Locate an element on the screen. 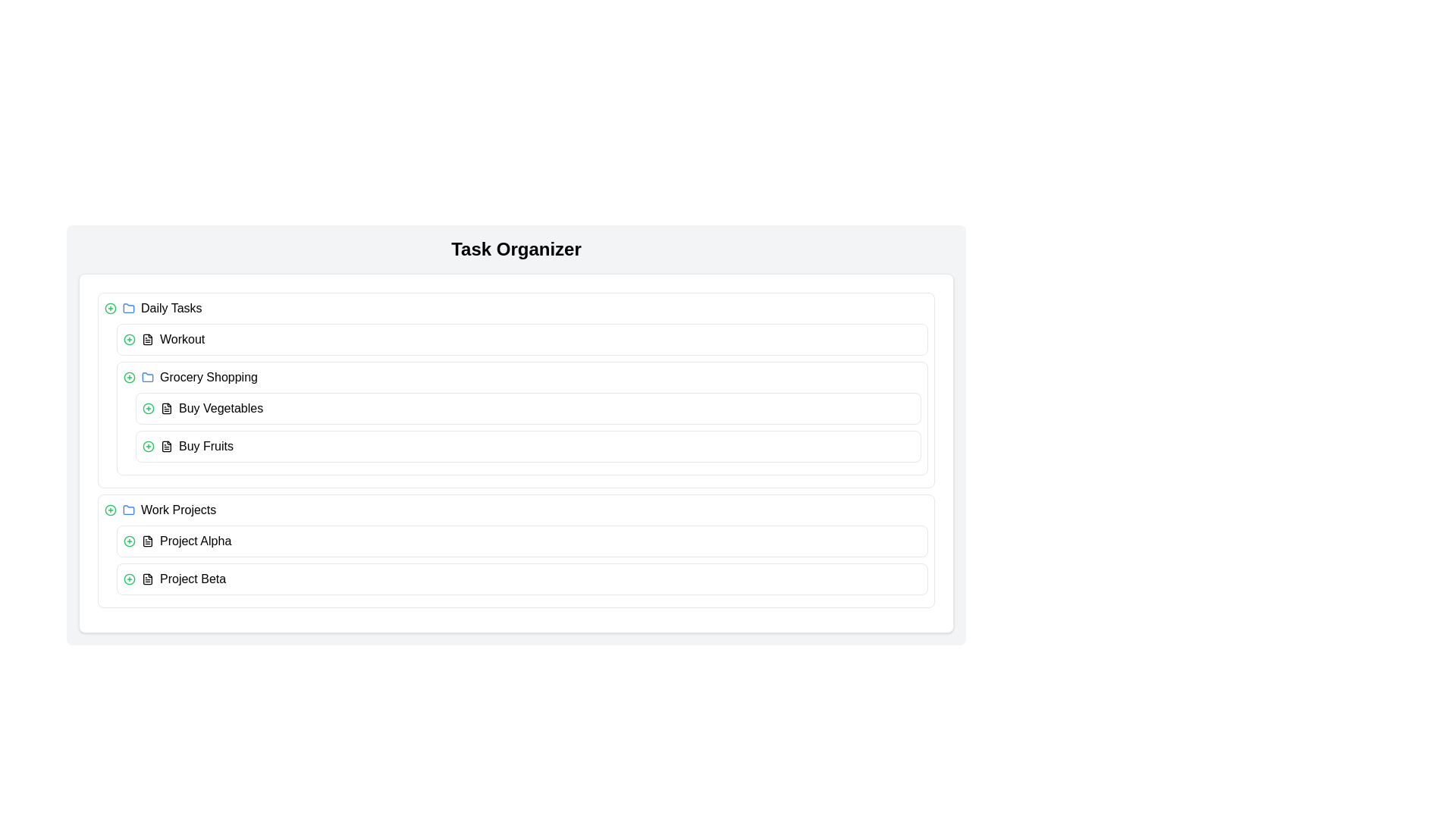 This screenshot has height=819, width=1456. the 'Project Alpha' list item in the 'Work Projects' section is located at coordinates (522, 540).